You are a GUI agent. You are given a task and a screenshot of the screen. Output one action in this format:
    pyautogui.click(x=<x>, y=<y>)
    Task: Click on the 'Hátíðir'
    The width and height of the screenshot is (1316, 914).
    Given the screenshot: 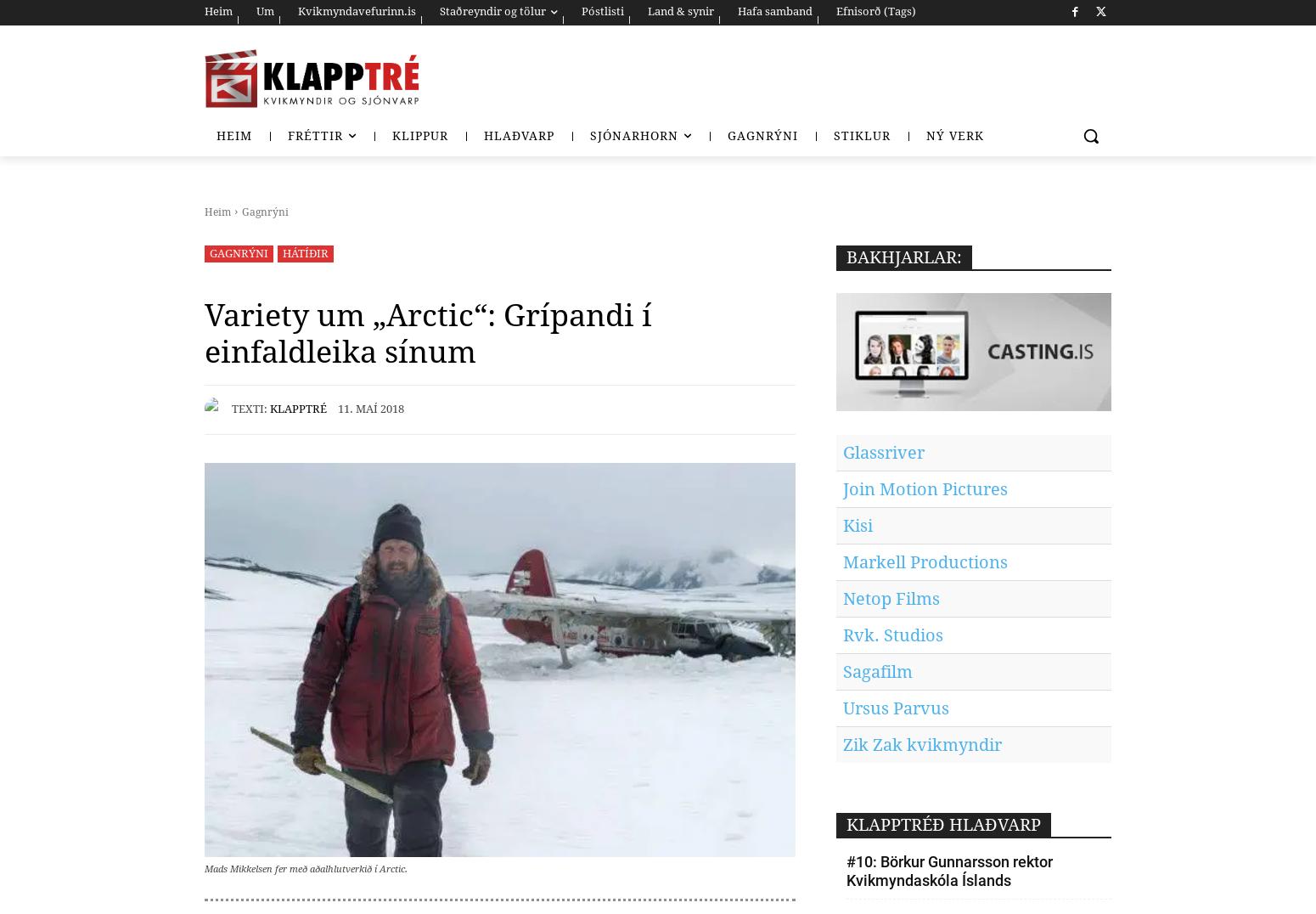 What is the action you would take?
    pyautogui.click(x=305, y=252)
    